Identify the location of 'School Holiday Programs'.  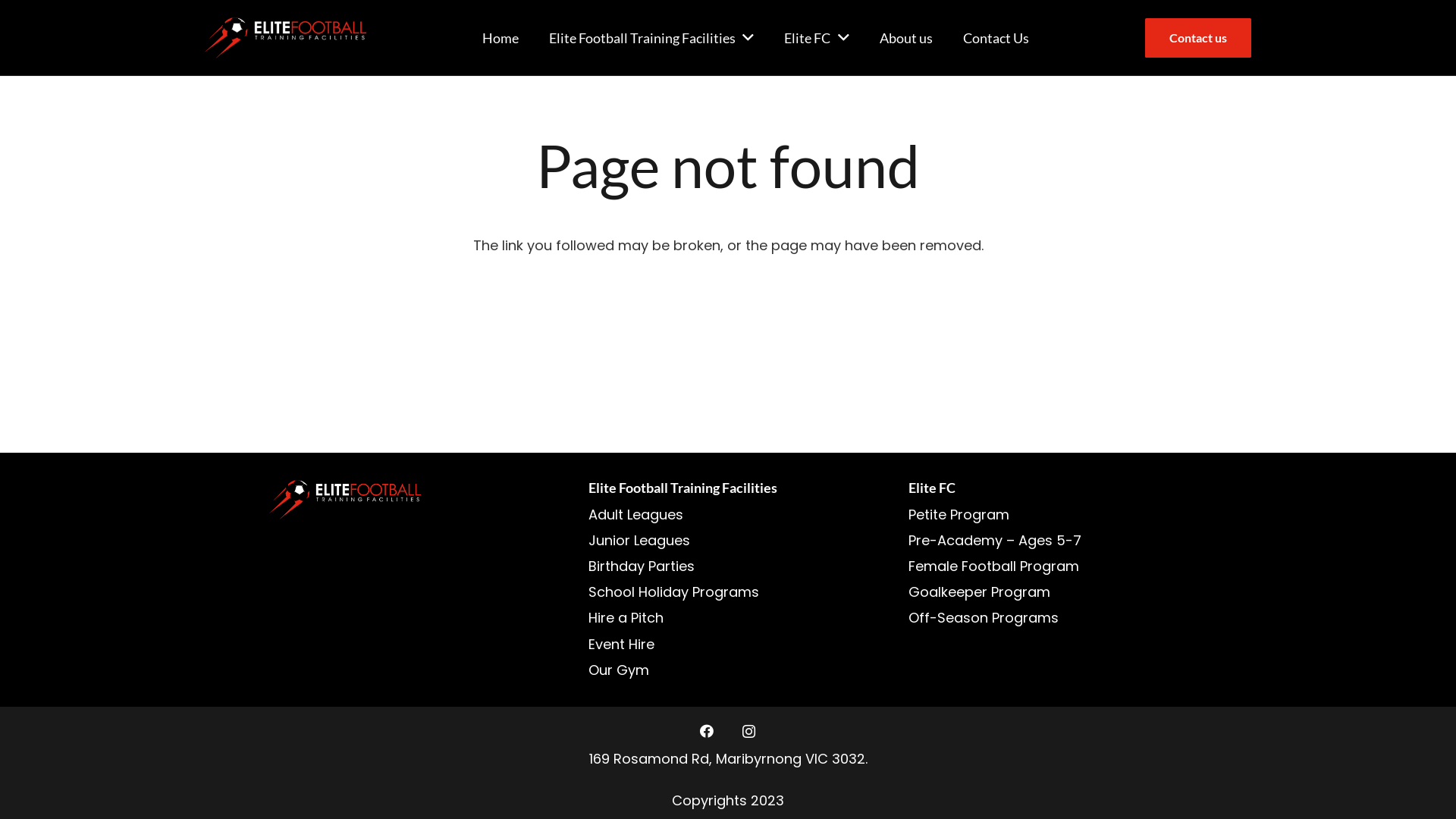
(673, 591).